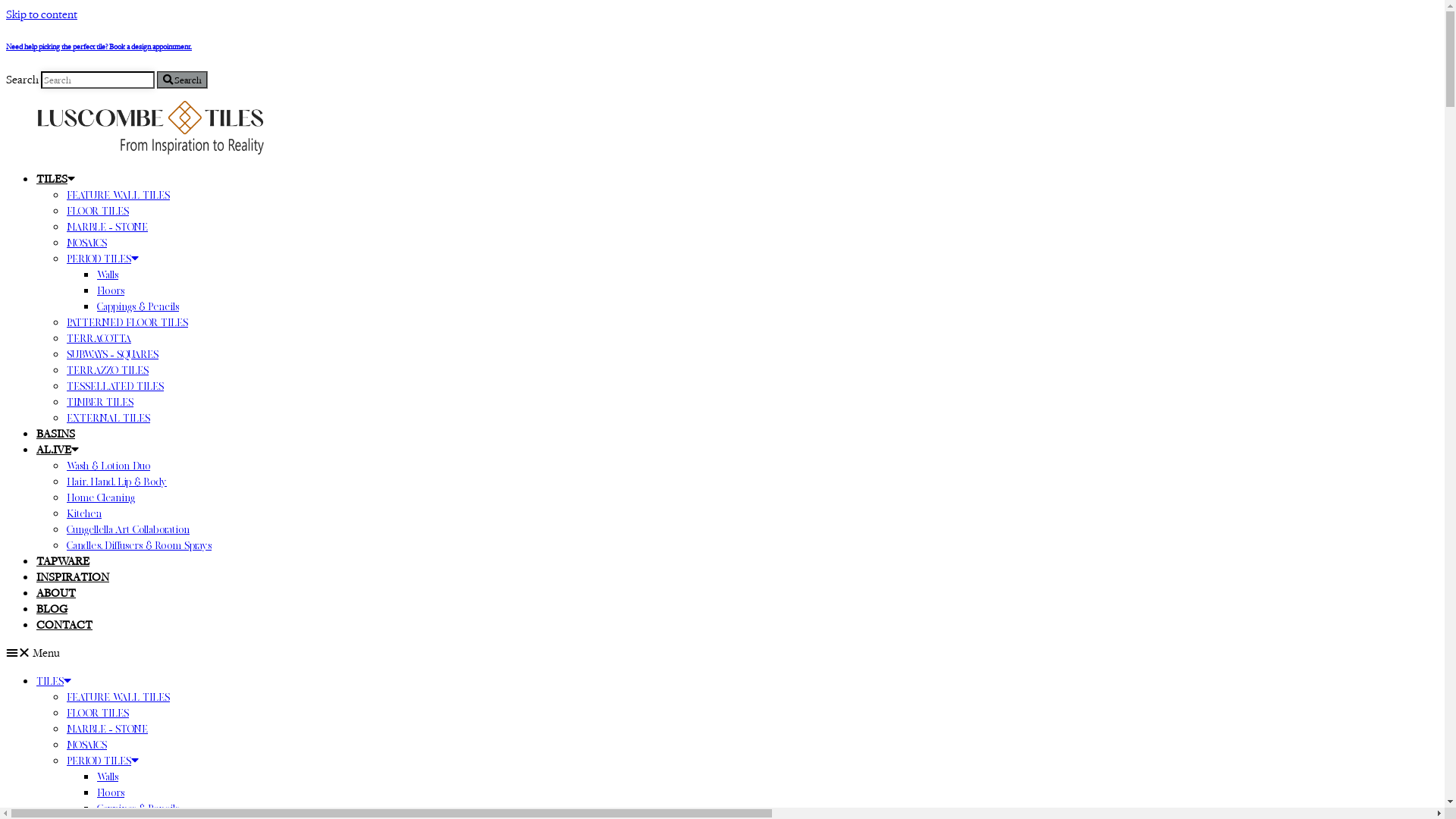 This screenshot has height=819, width=1456. Describe the element at coordinates (182, 80) in the screenshot. I see `'Search'` at that location.